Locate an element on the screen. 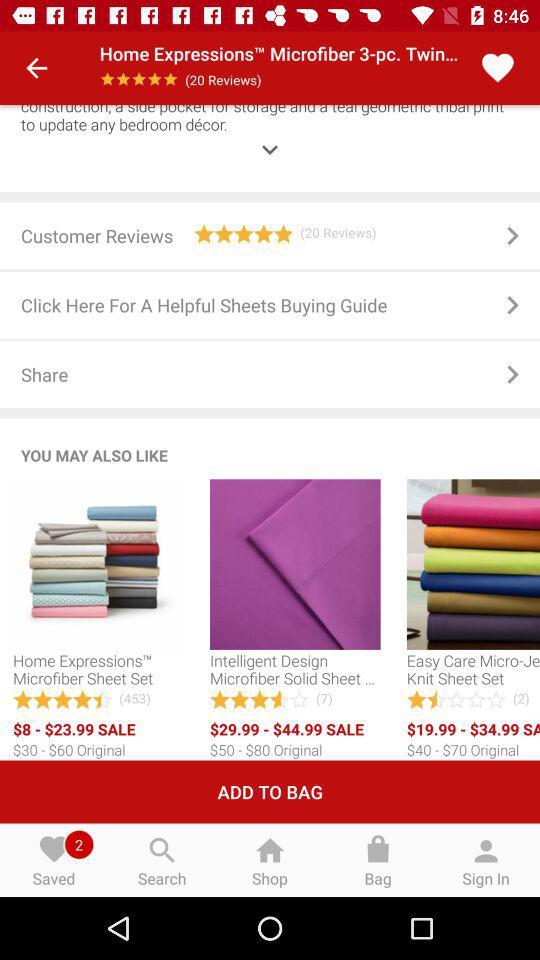 The image size is (540, 960). the item next to the home expressions microfiber icon is located at coordinates (36, 68).